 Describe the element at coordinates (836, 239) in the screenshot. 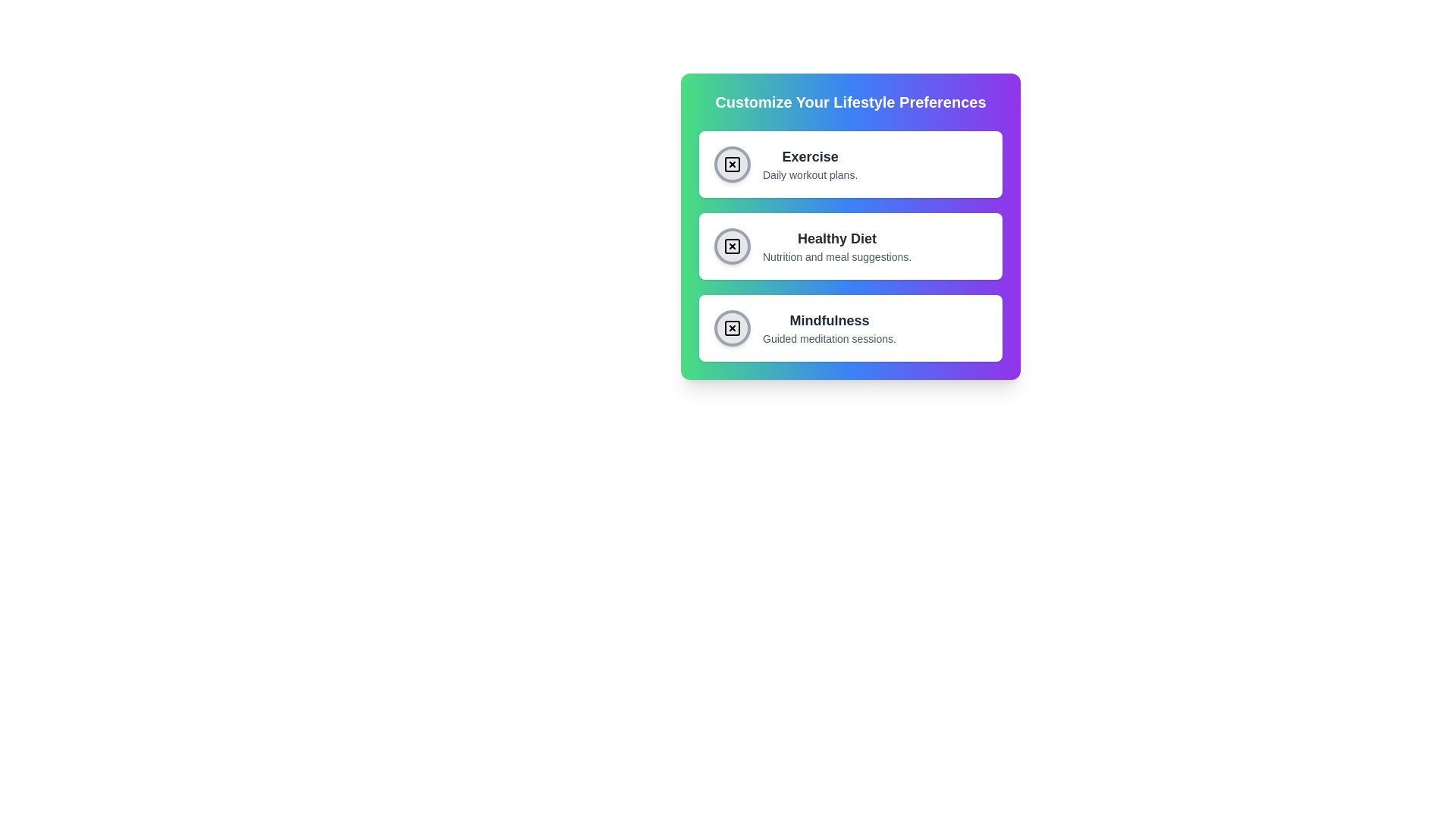

I see `the static text element displaying 'Healthy Diet', which is centrally positioned at the top of the second content card and styled with a bold, large font in dark gray color` at that location.